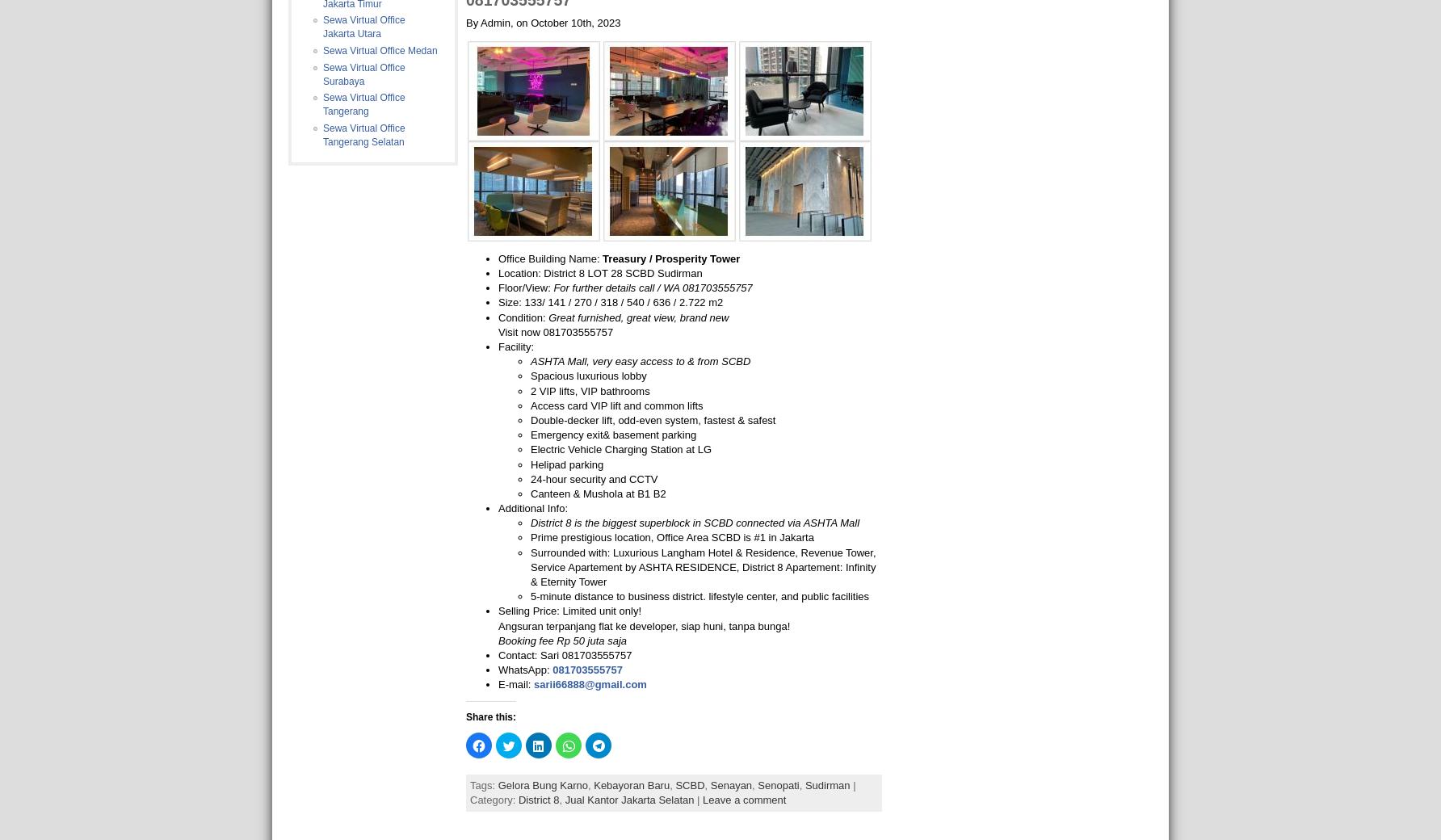 This screenshot has height=840, width=1441. What do you see at coordinates (567, 463) in the screenshot?
I see `'Helipad parking'` at bounding box center [567, 463].